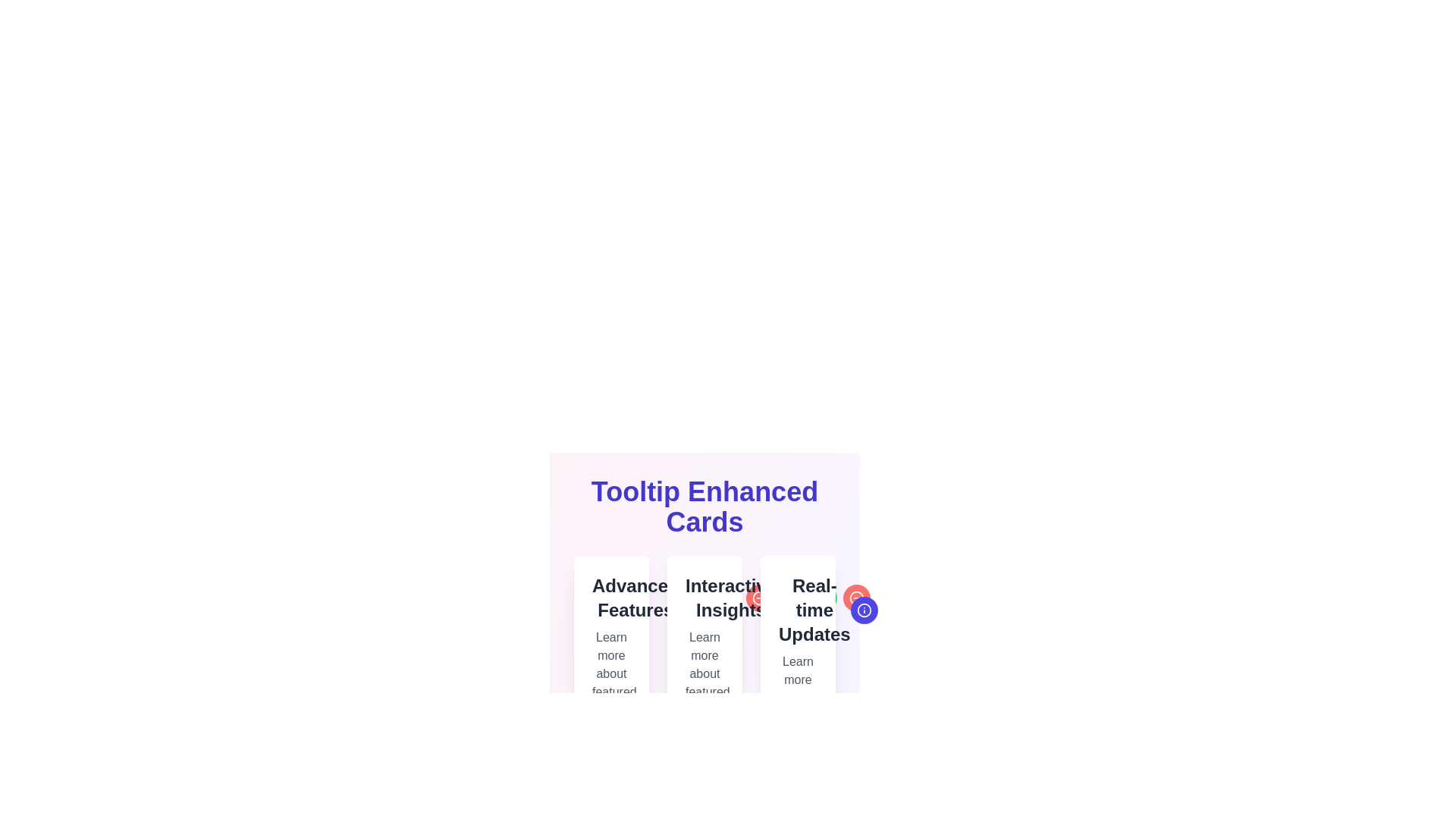  Describe the element at coordinates (611, 657) in the screenshot. I see `the 'Advanced Features' informational card, which is the leftmost card in a 3-column grid layout` at that location.